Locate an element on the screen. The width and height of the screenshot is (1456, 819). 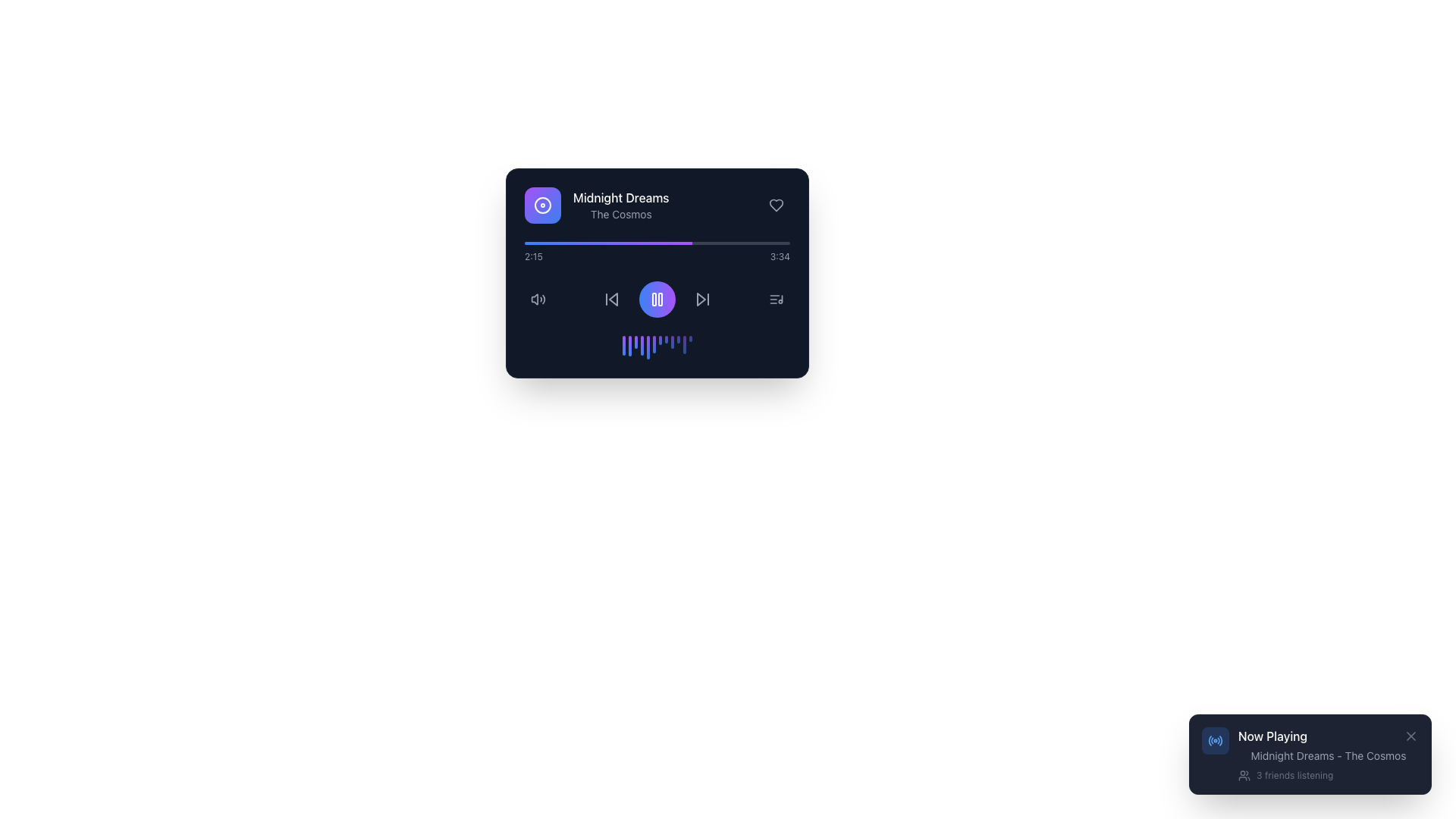
the text label displaying 'The Cosmos', which is located below the title 'Midnight Dreams' in the content card at the top-center of the interface is located at coordinates (621, 214).